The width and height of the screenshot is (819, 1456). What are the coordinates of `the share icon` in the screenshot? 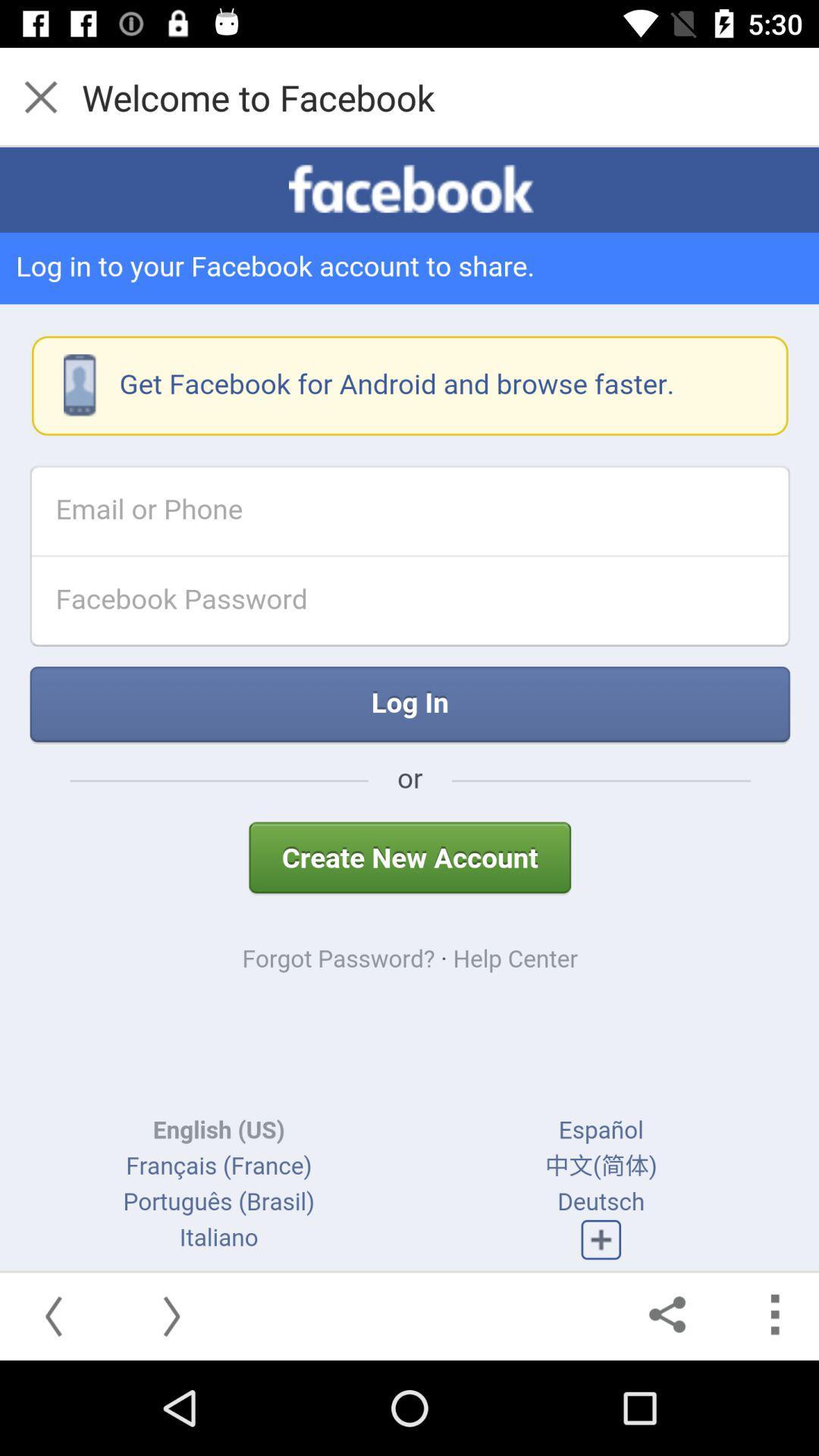 It's located at (667, 1314).